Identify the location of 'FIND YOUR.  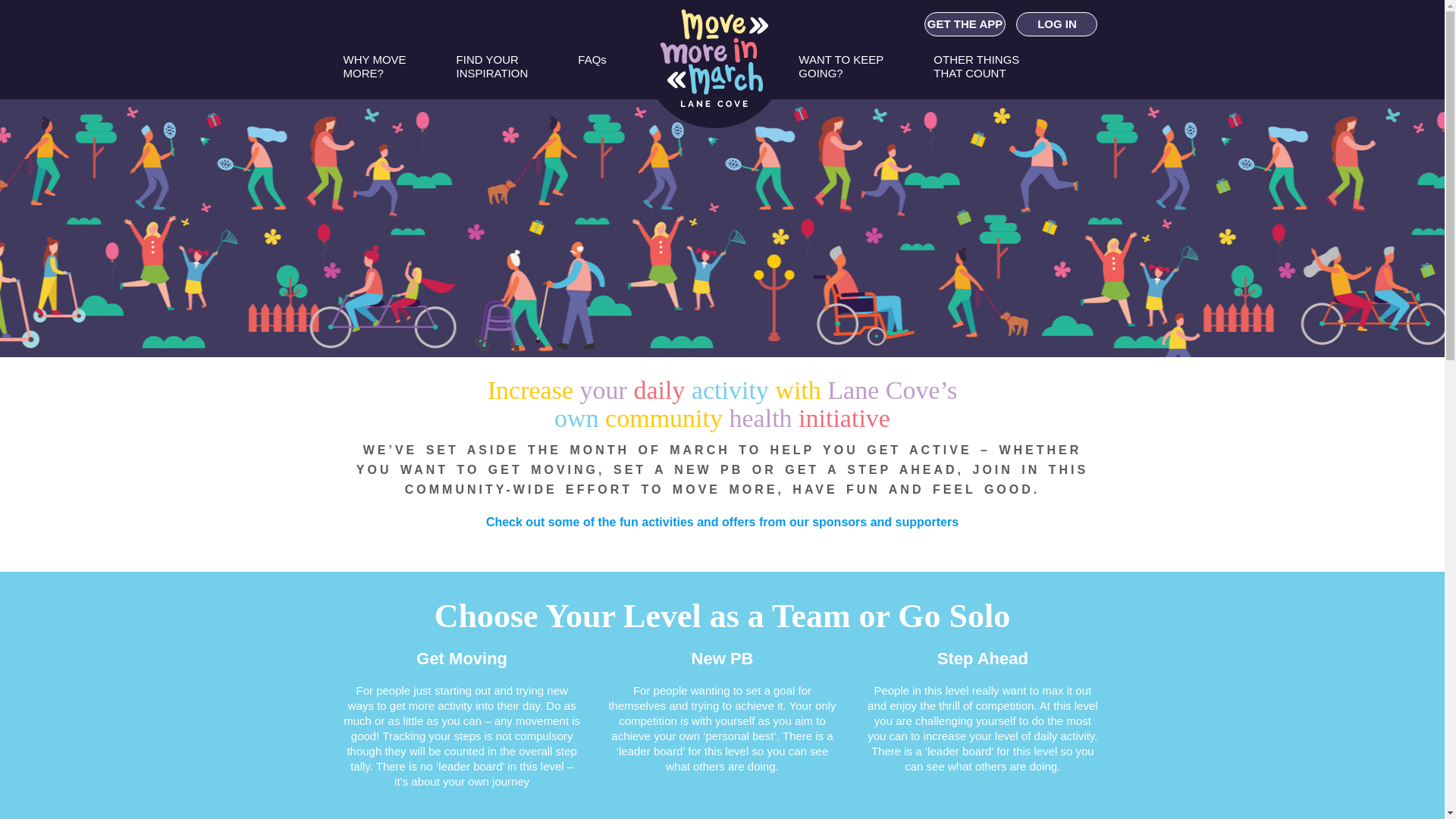
(492, 73).